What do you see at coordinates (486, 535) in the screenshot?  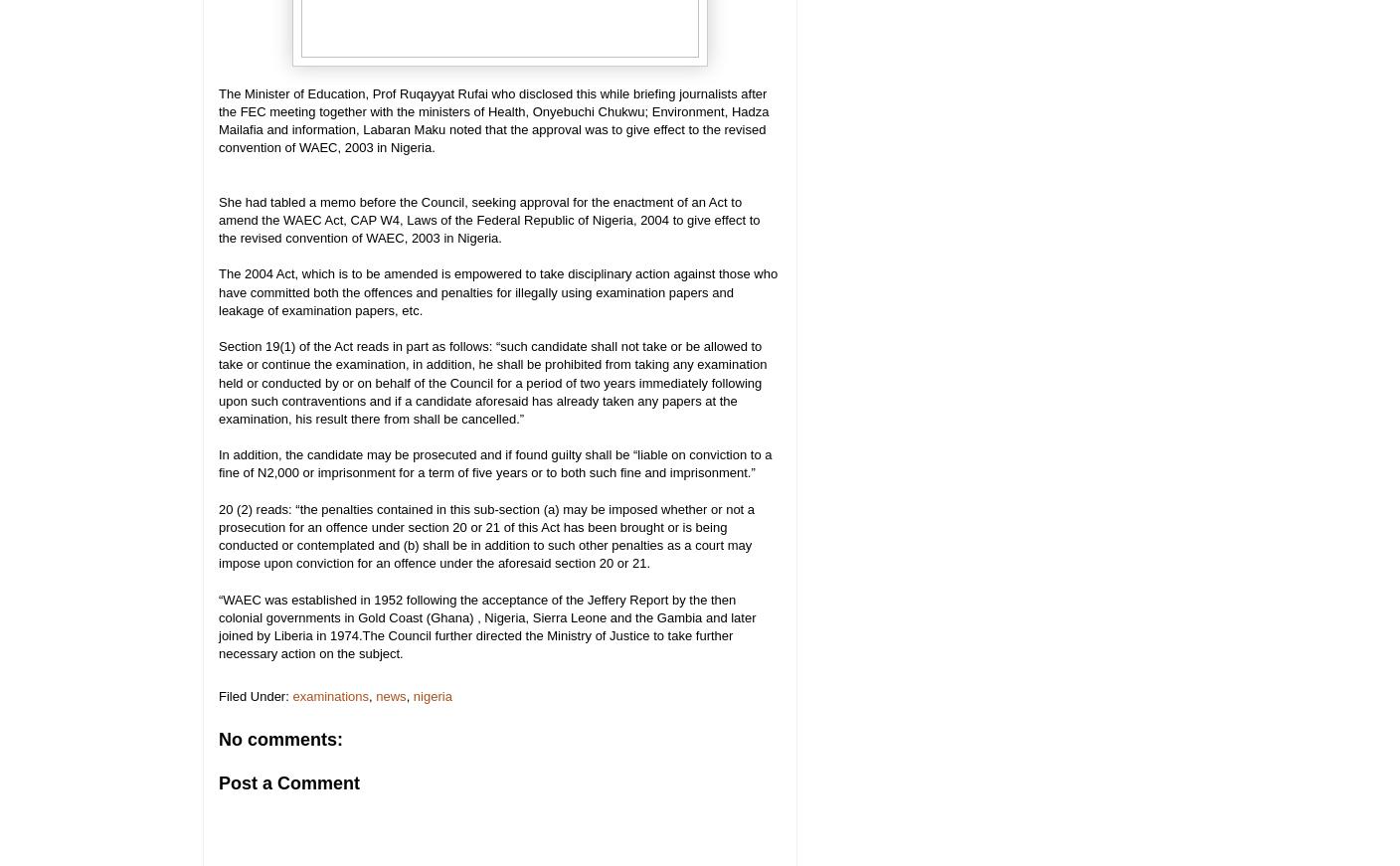 I see `'20 (2) reads: “the penalties contained in this sub-section (a) may be imposed whether or not a prosecution for an offence under section 20 or 21 of this Act has been brought or is being conducted or contemplated and (b) shall be in addition to such other penalties as a court may impose upon conviction for an offence under the aforesaid section 20 or 21.'` at bounding box center [486, 535].